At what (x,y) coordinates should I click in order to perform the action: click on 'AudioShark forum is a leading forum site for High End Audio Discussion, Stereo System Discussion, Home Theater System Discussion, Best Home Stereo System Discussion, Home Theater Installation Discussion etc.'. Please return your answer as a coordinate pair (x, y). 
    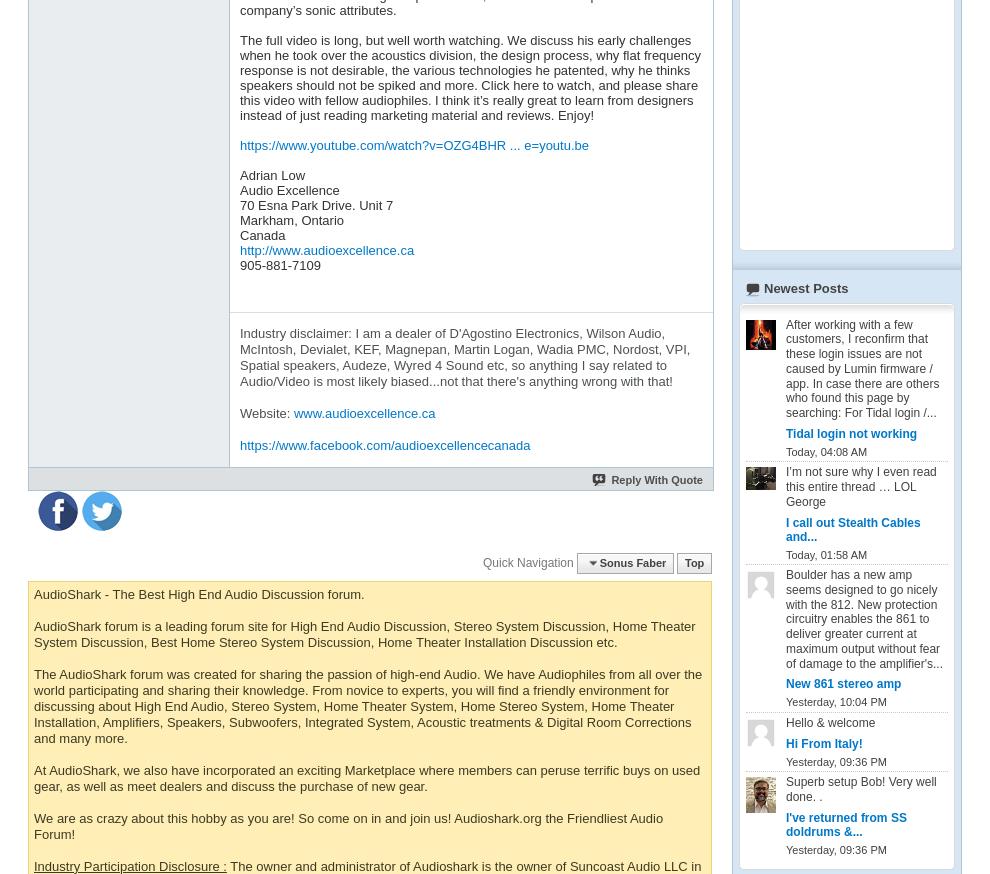
    Looking at the image, I should click on (32, 632).